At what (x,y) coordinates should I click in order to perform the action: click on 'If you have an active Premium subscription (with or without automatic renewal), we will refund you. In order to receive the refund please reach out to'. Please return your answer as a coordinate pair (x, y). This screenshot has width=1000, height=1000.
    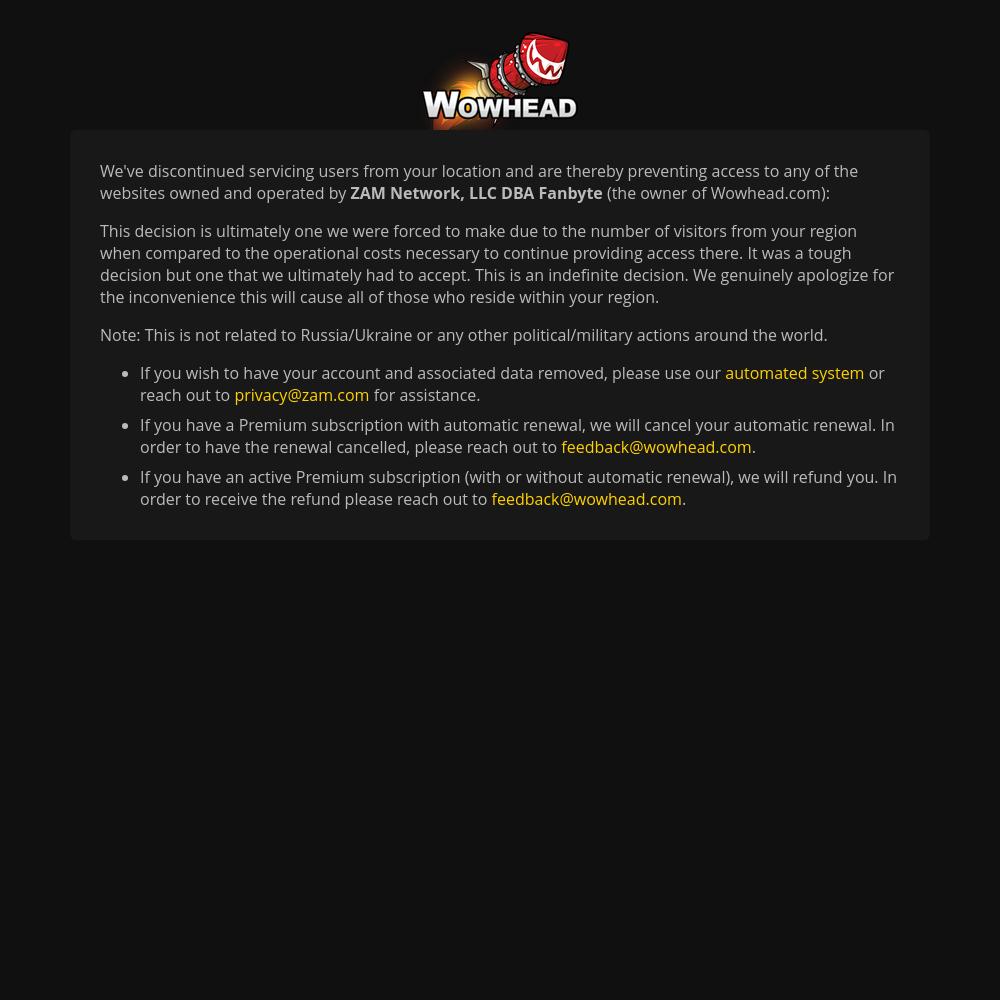
    Looking at the image, I should click on (518, 487).